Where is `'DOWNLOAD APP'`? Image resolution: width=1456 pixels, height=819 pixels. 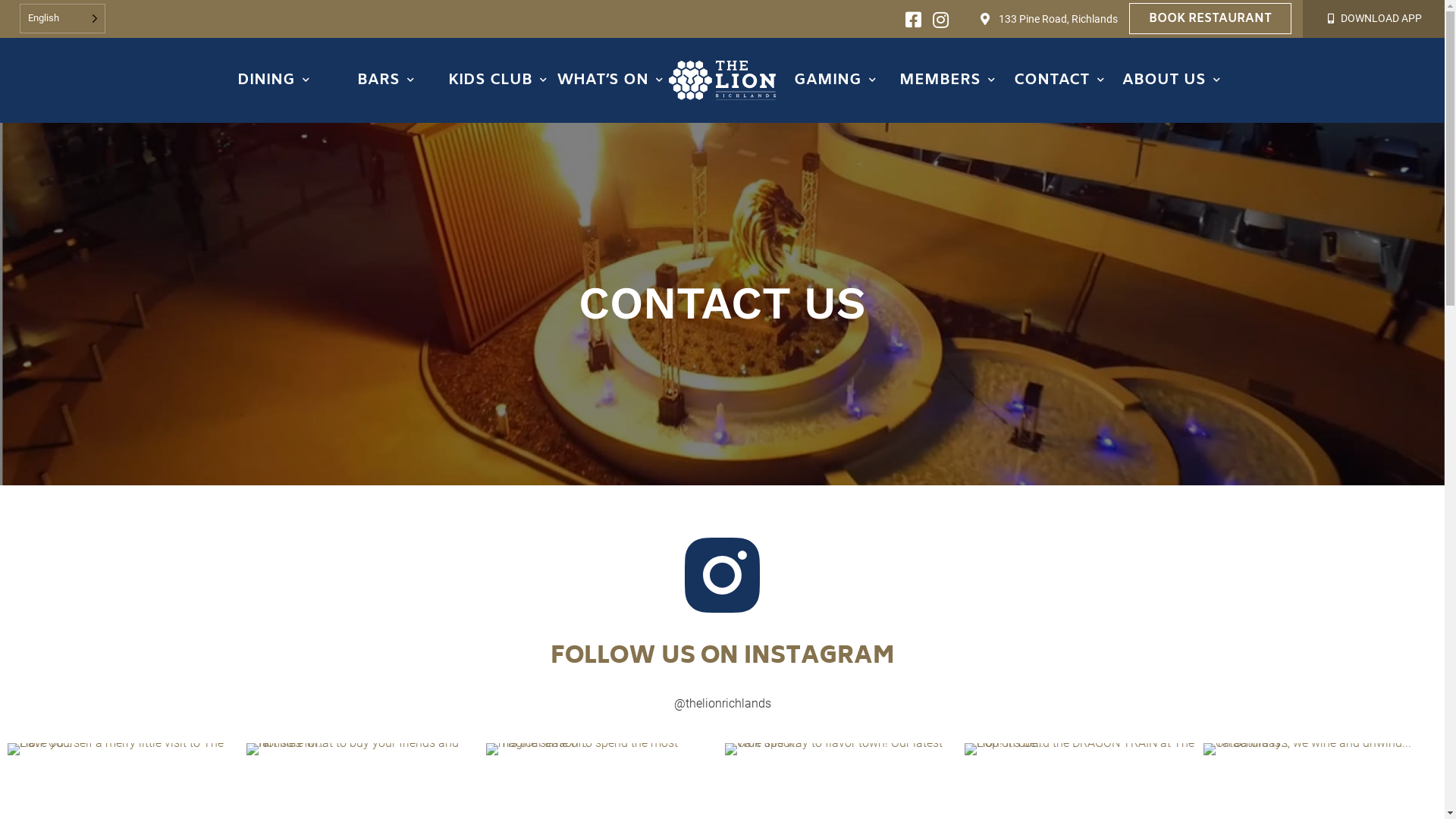 'DOWNLOAD APP' is located at coordinates (1381, 17).